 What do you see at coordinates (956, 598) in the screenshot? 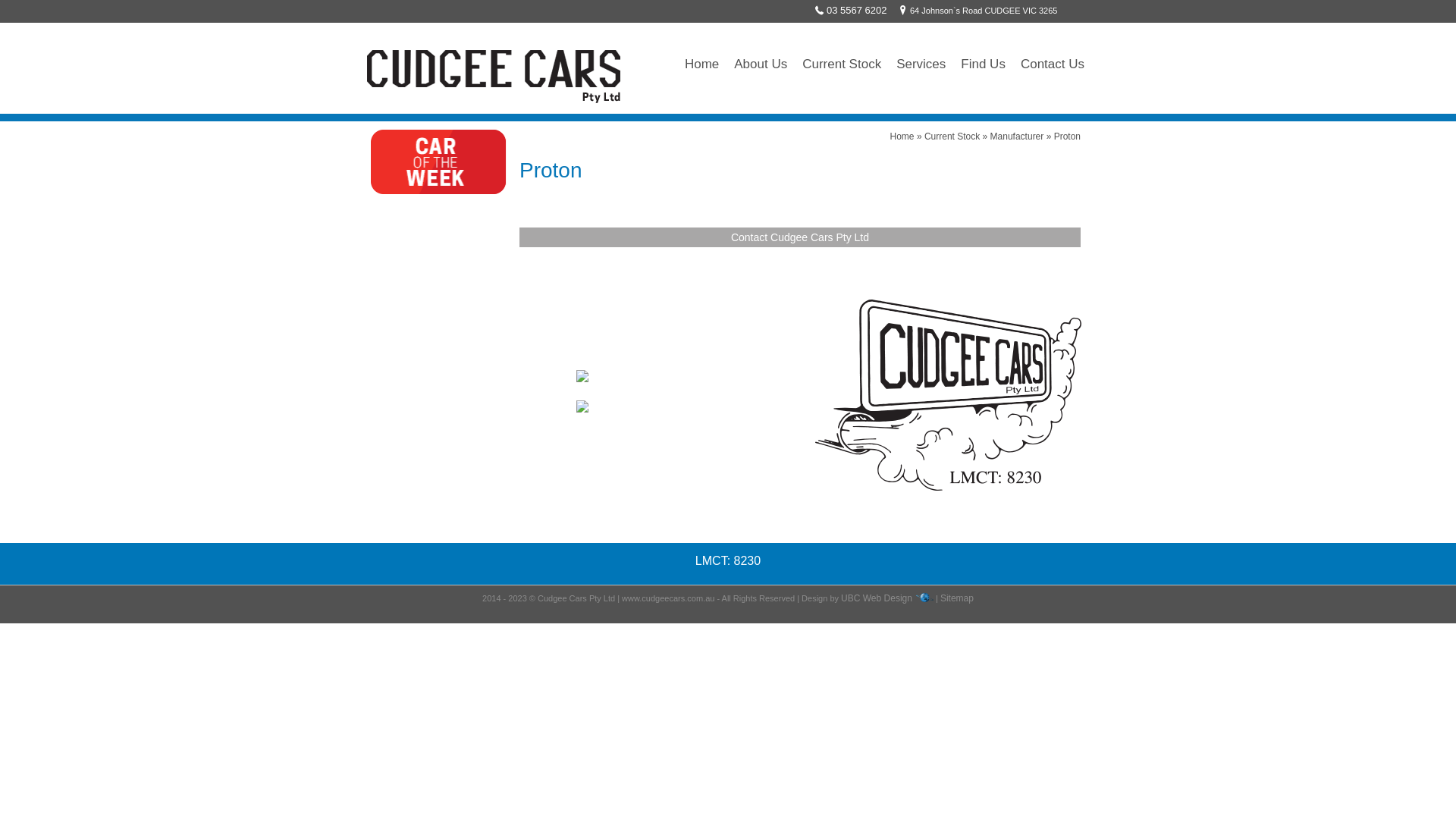
I see `'Sitemap'` at bounding box center [956, 598].